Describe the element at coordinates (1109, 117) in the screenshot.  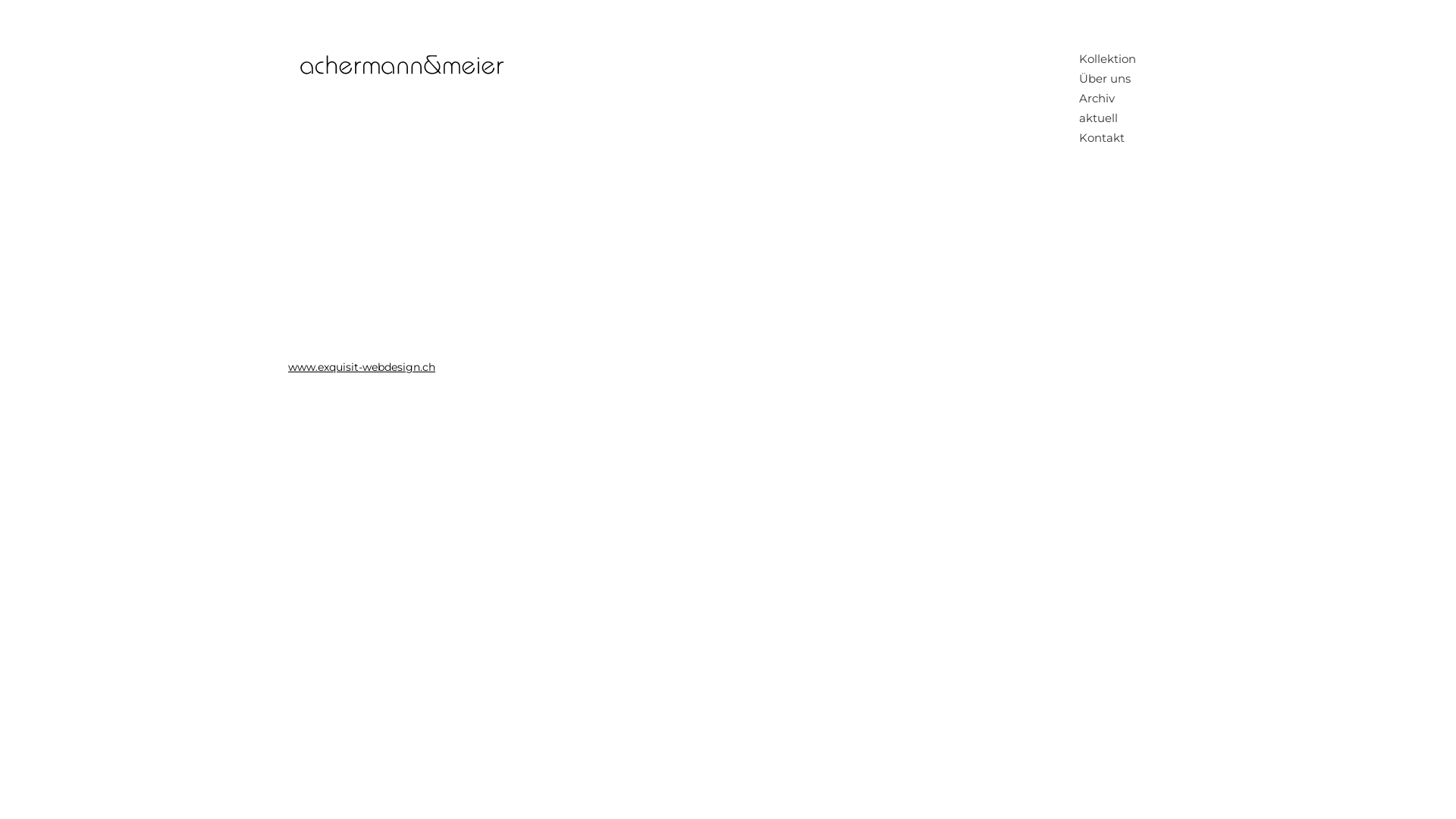
I see `'aktuell'` at that location.